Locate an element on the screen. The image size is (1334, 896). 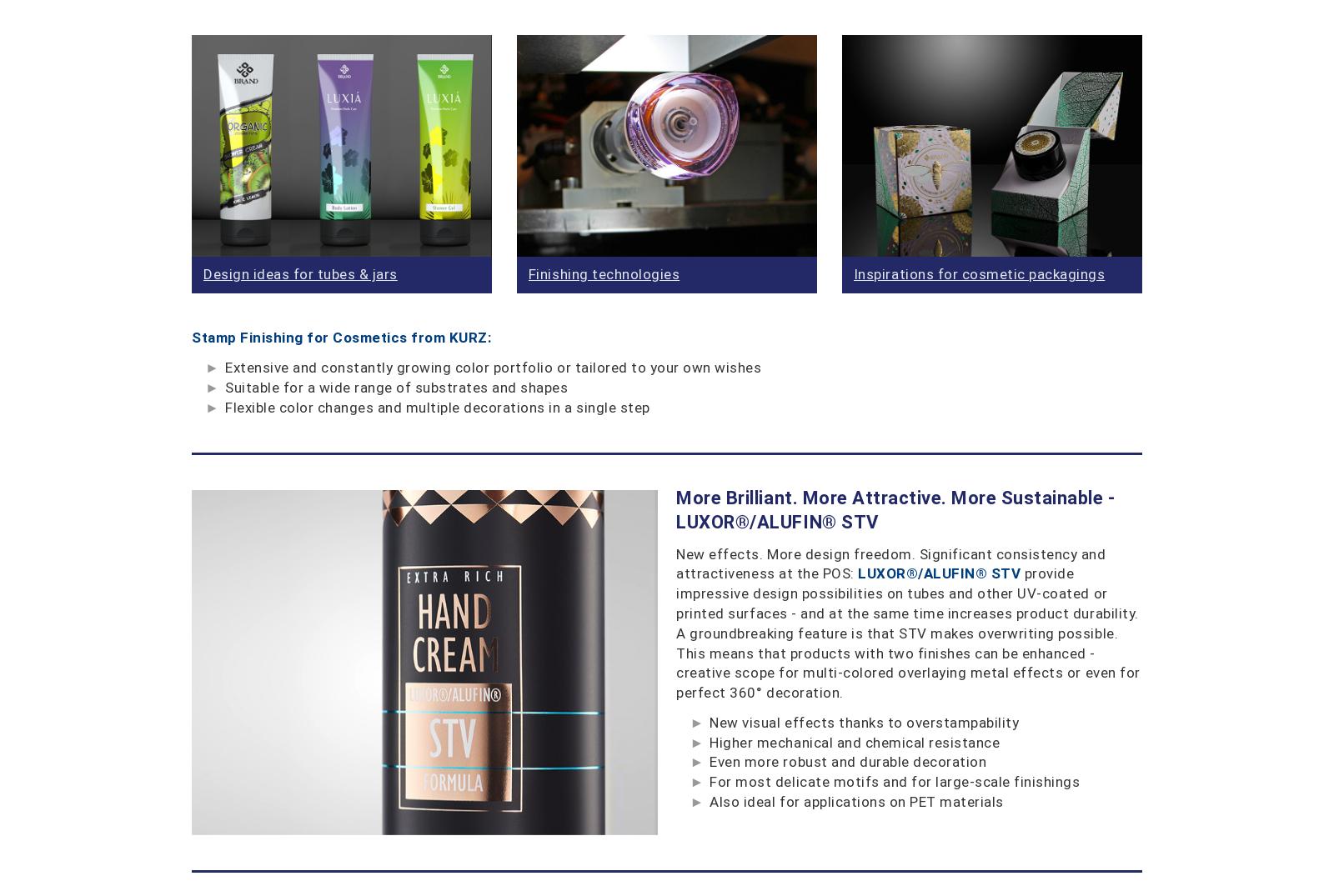
'More Brilliant. More Attractive. More Sustainable - LUXOR®/ALUFIN® STV' is located at coordinates (895, 508).